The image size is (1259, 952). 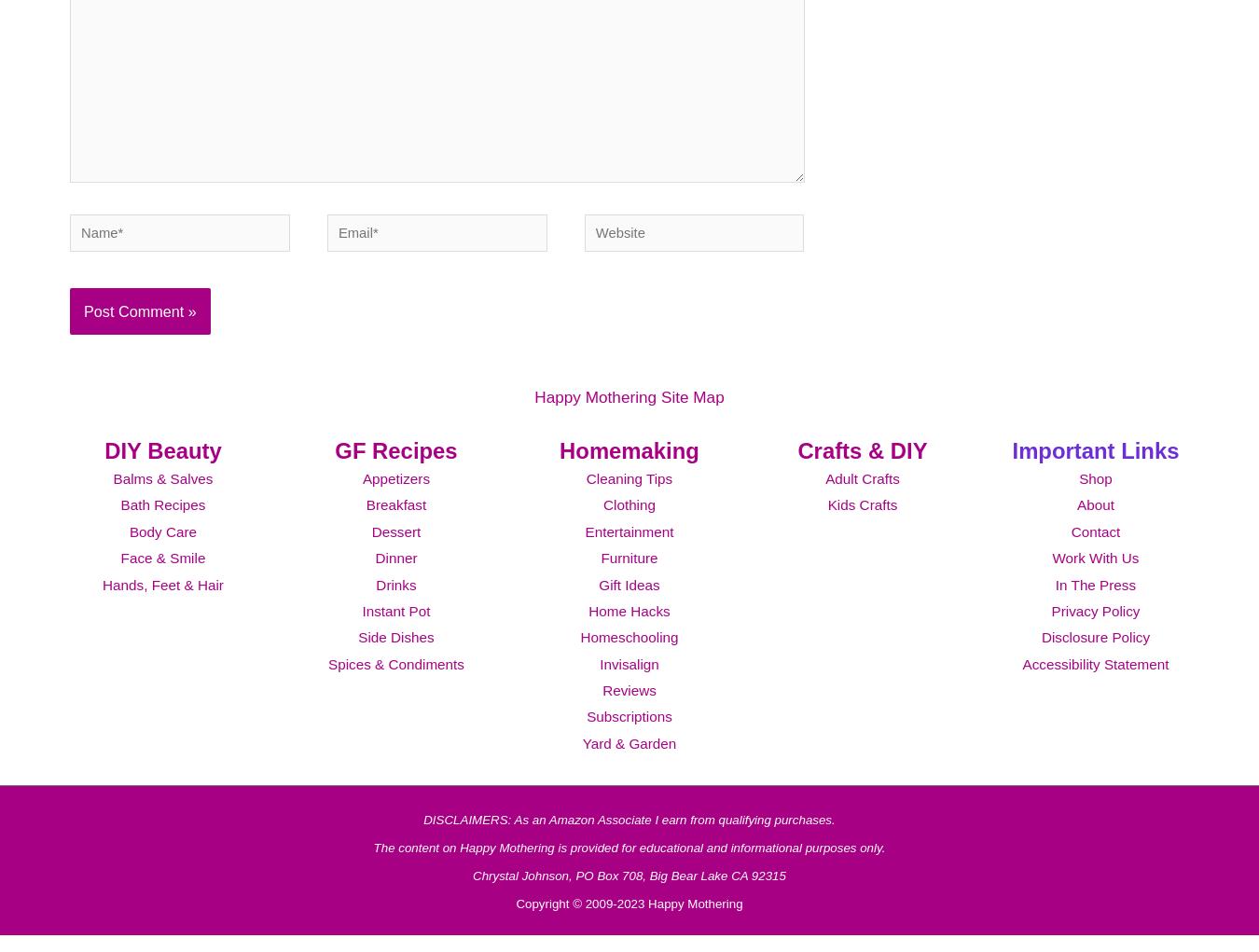 I want to click on 'Balms & Salves', so click(x=112, y=504).